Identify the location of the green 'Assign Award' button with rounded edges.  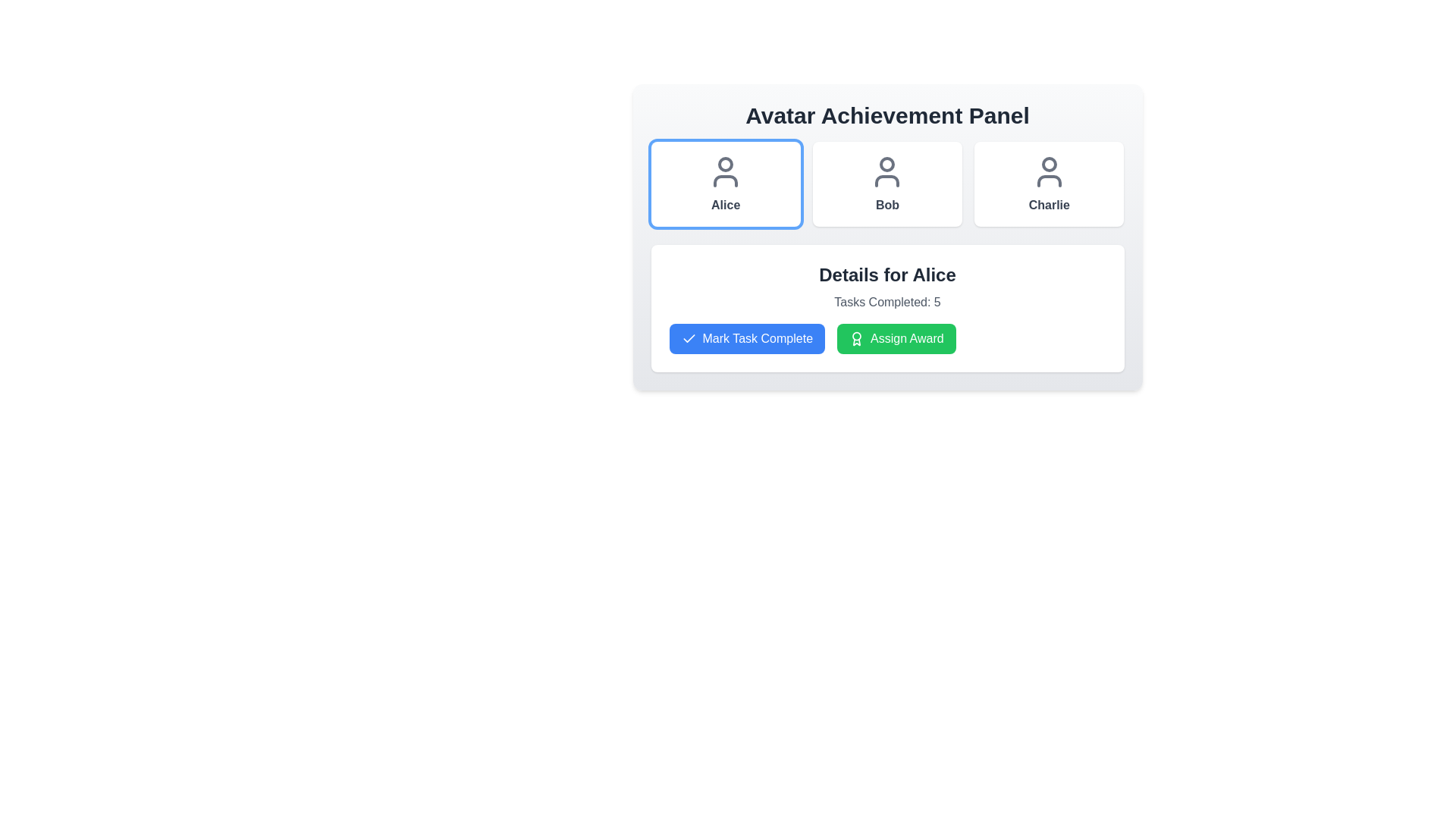
(896, 338).